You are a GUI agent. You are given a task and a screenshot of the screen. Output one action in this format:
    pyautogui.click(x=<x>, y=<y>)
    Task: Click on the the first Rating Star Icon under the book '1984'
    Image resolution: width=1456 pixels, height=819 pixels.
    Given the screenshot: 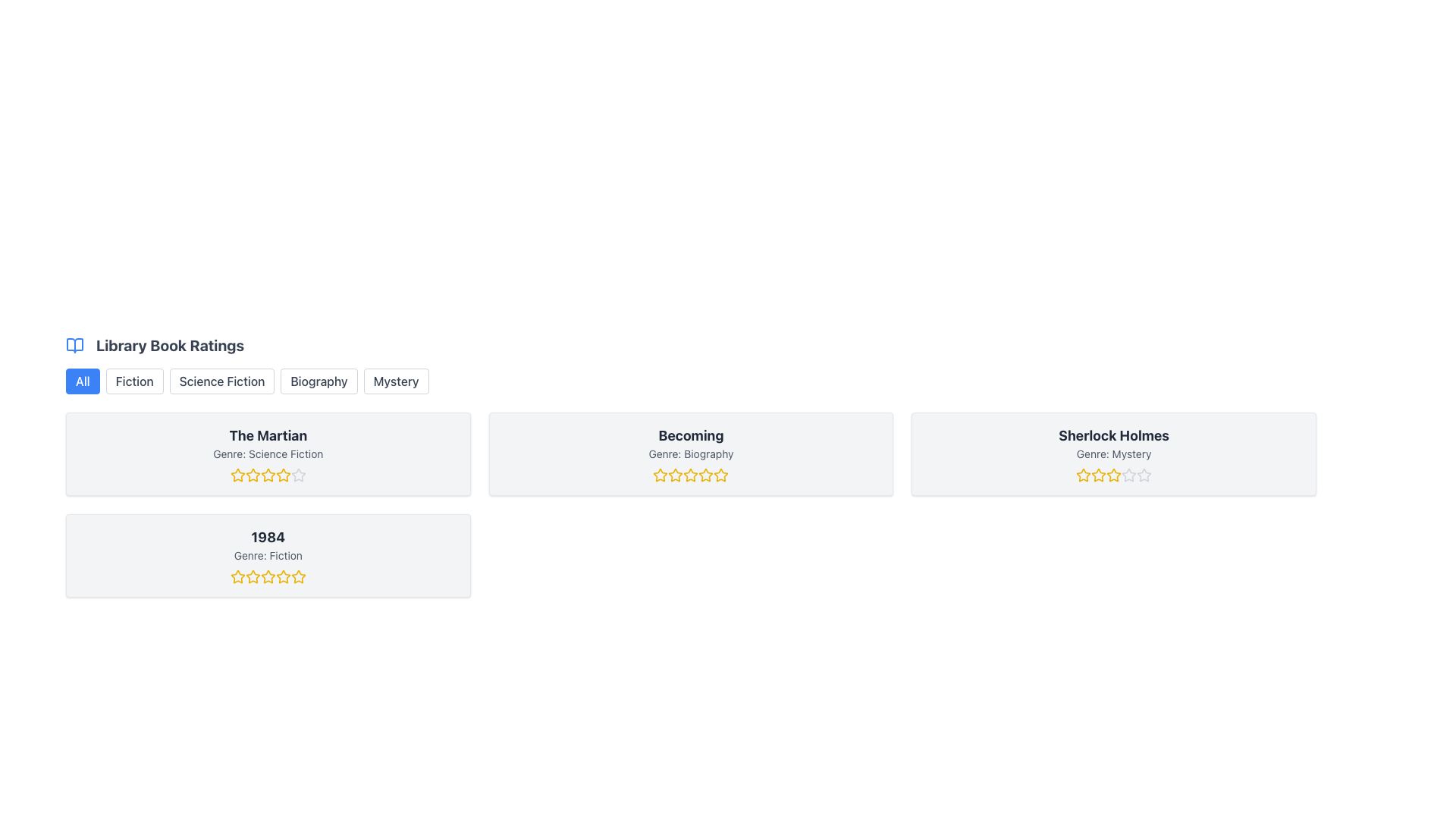 What is the action you would take?
    pyautogui.click(x=237, y=576)
    